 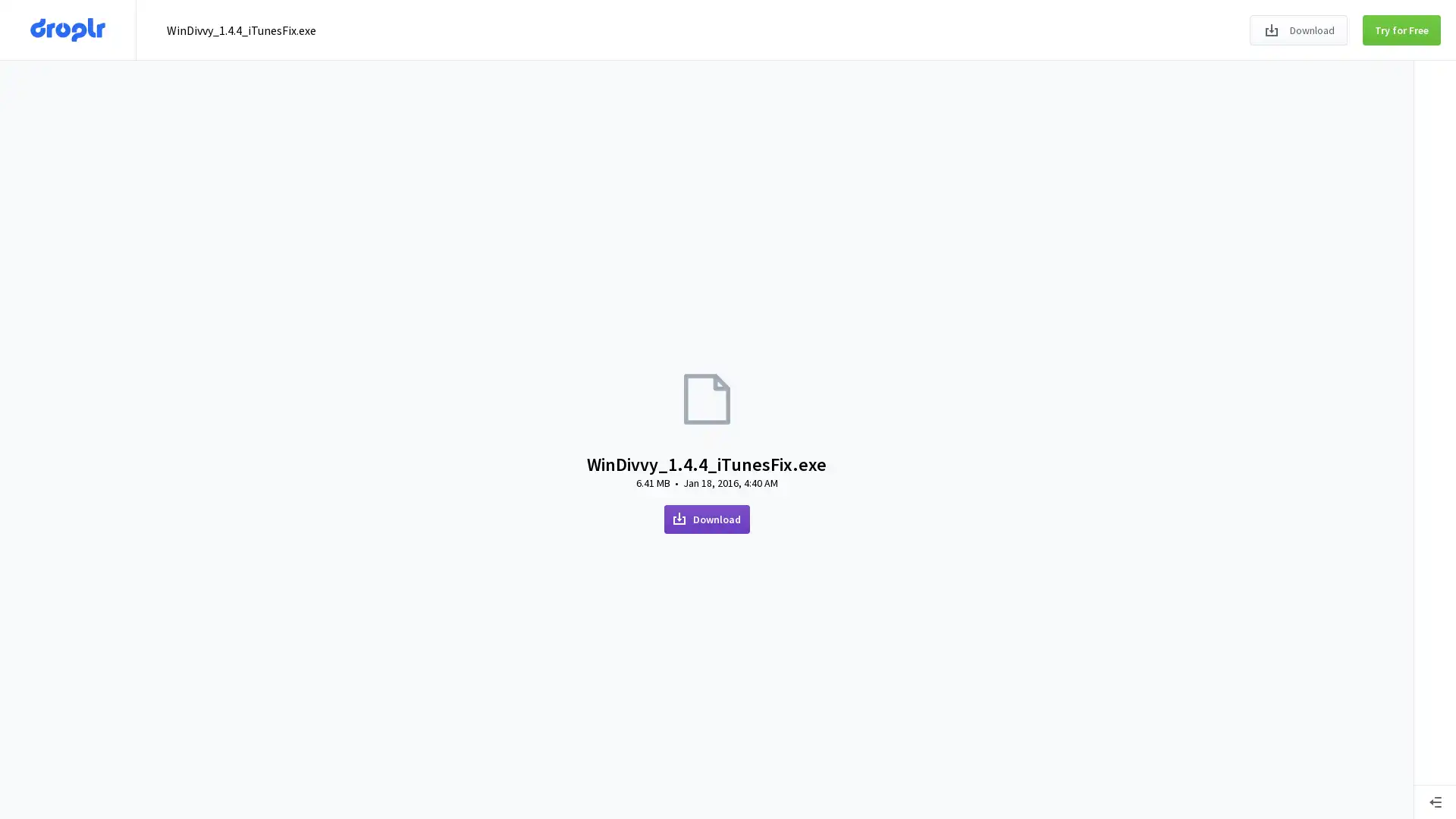 What do you see at coordinates (705, 517) in the screenshot?
I see `Download` at bounding box center [705, 517].